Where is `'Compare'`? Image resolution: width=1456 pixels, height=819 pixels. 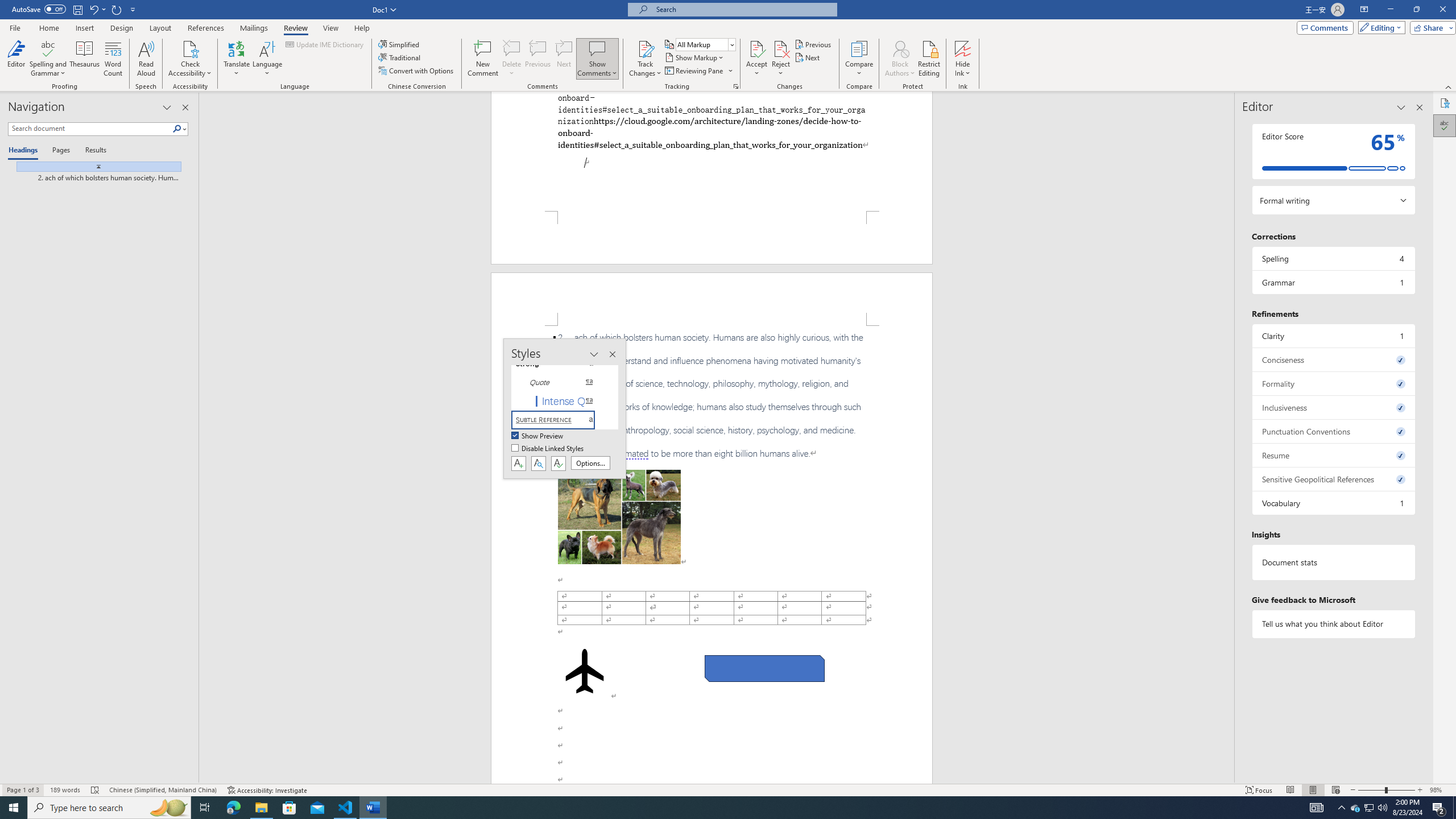 'Compare' is located at coordinates (859, 59).